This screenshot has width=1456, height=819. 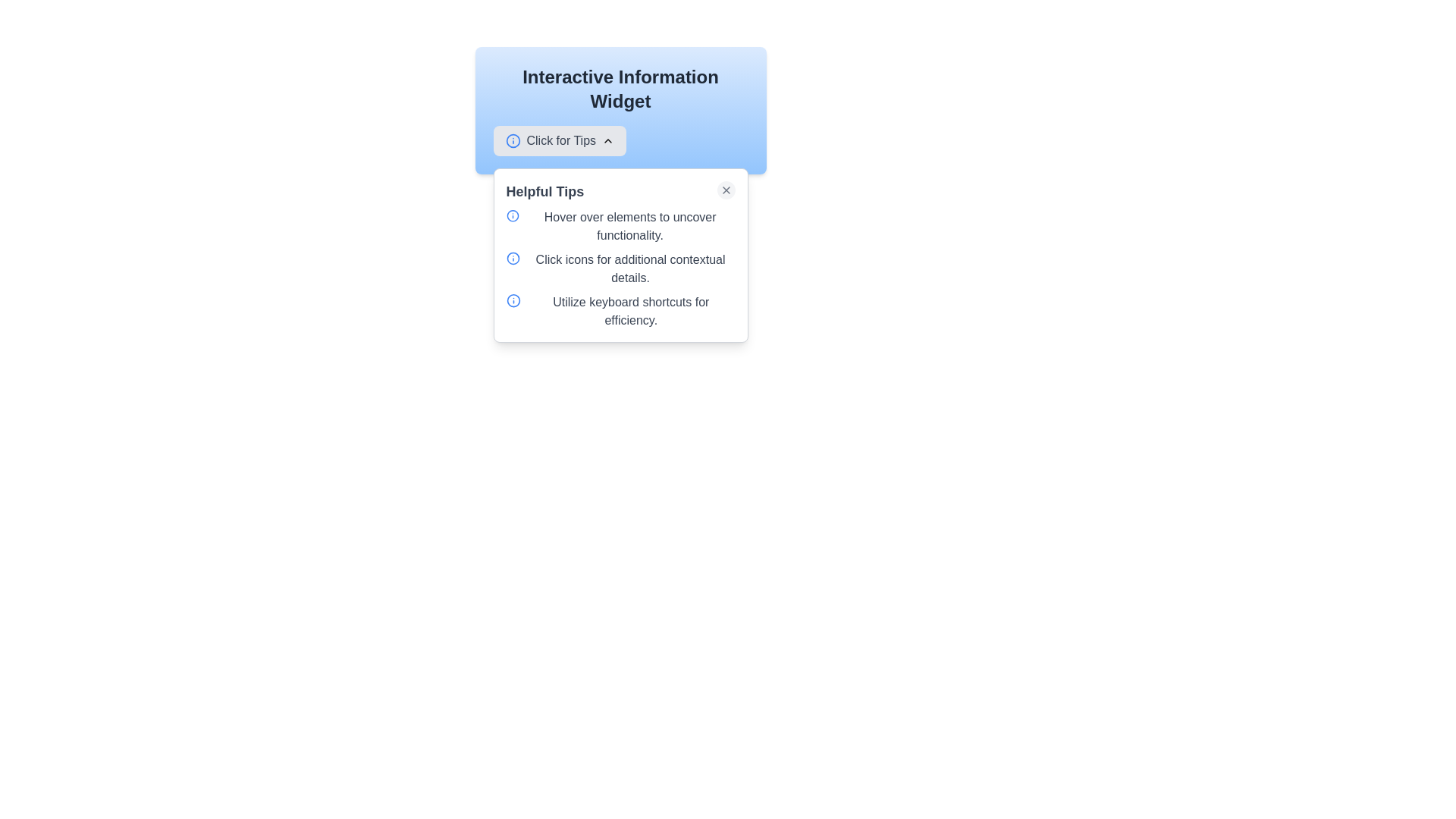 What do you see at coordinates (513, 257) in the screenshot?
I see `blue outlined circular component of the informational icon located in the 'Helpful Tips' section, positioned to the left of the text 'Hover over elements to uncover functionality.'` at bounding box center [513, 257].